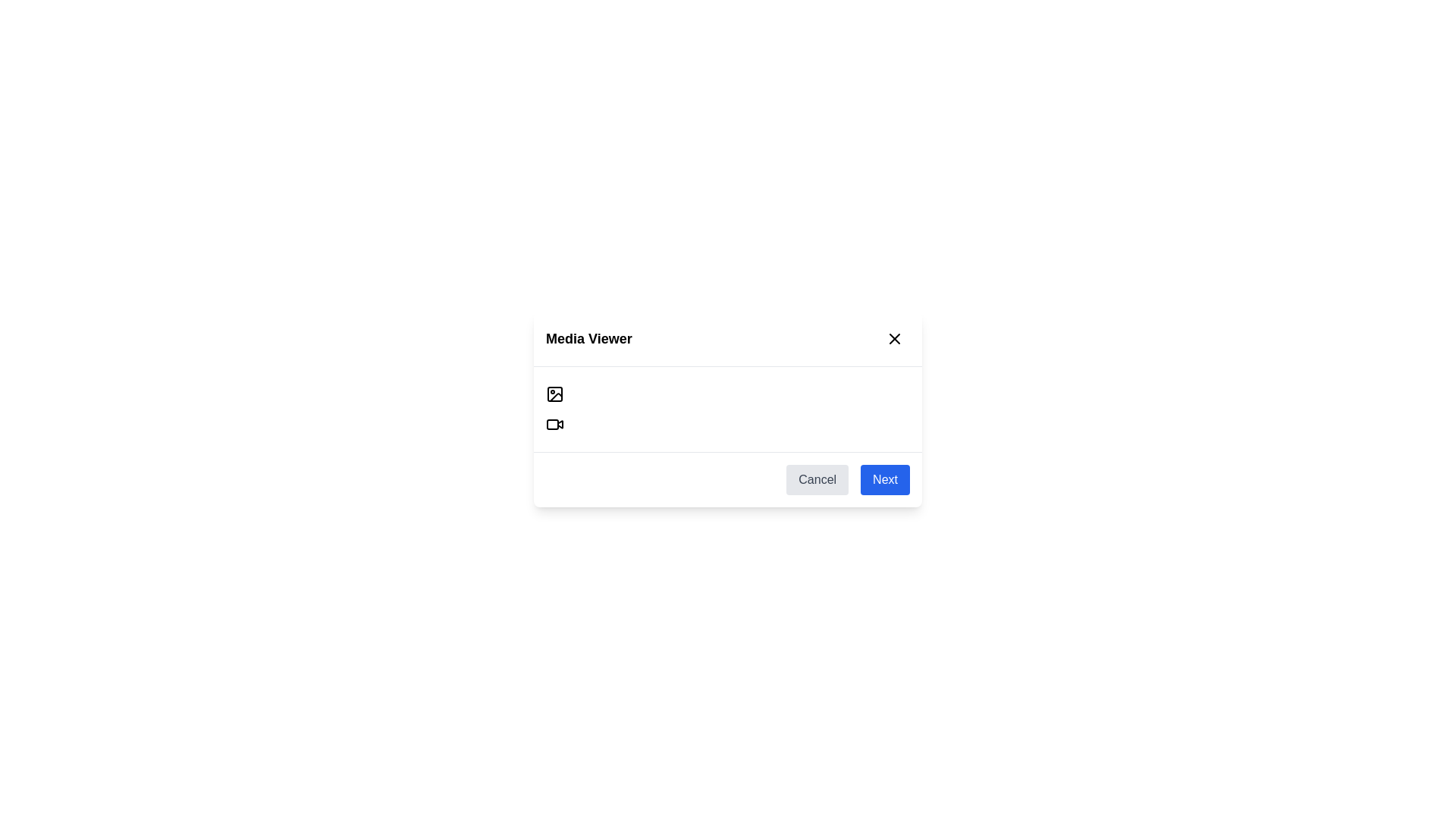 Image resolution: width=1456 pixels, height=819 pixels. What do you see at coordinates (554, 394) in the screenshot?
I see `the Icon Button resembling an image frame with a circular element inside, located in the 'Media Viewer' modal` at bounding box center [554, 394].